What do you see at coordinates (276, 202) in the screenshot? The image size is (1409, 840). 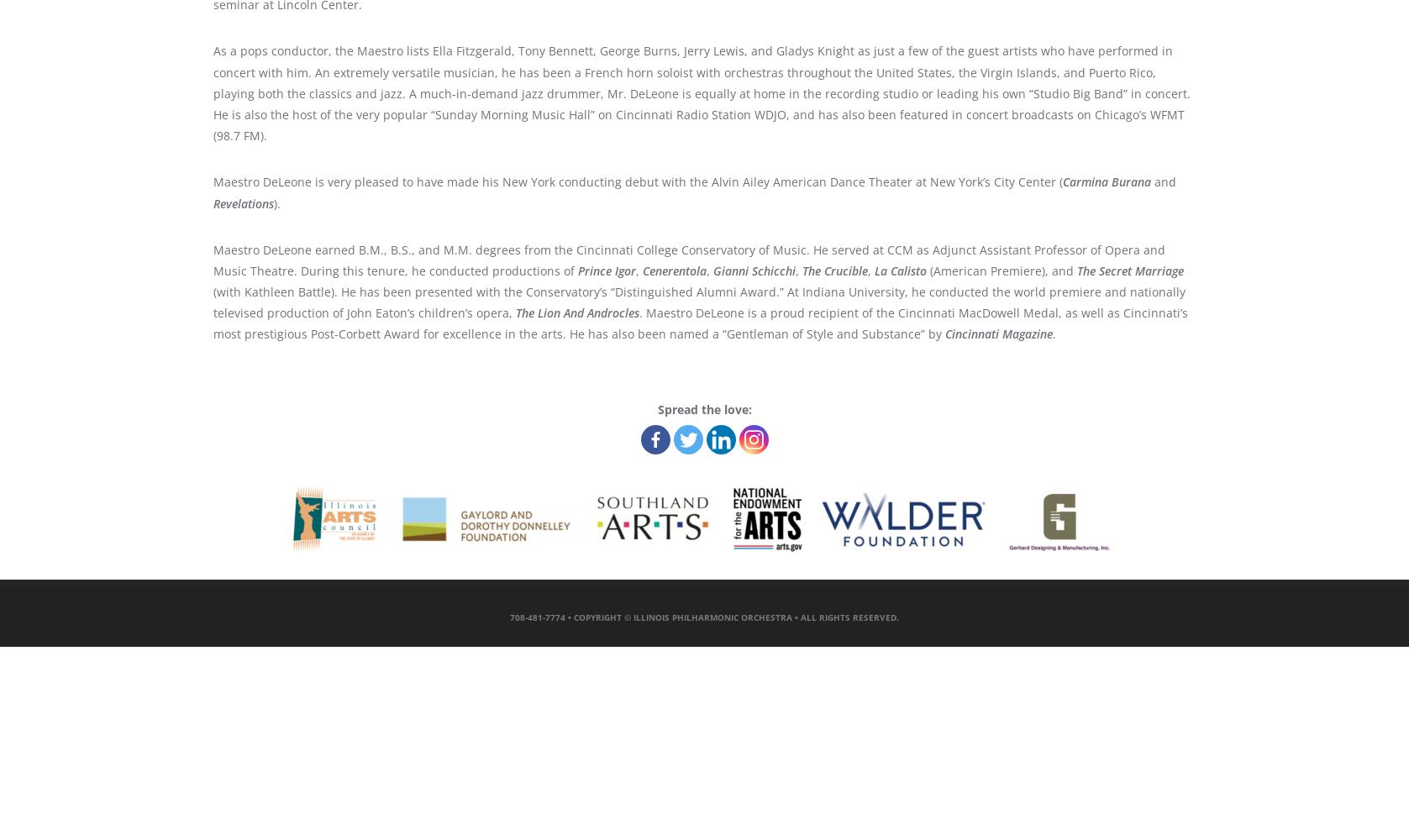 I see `').'` at bounding box center [276, 202].